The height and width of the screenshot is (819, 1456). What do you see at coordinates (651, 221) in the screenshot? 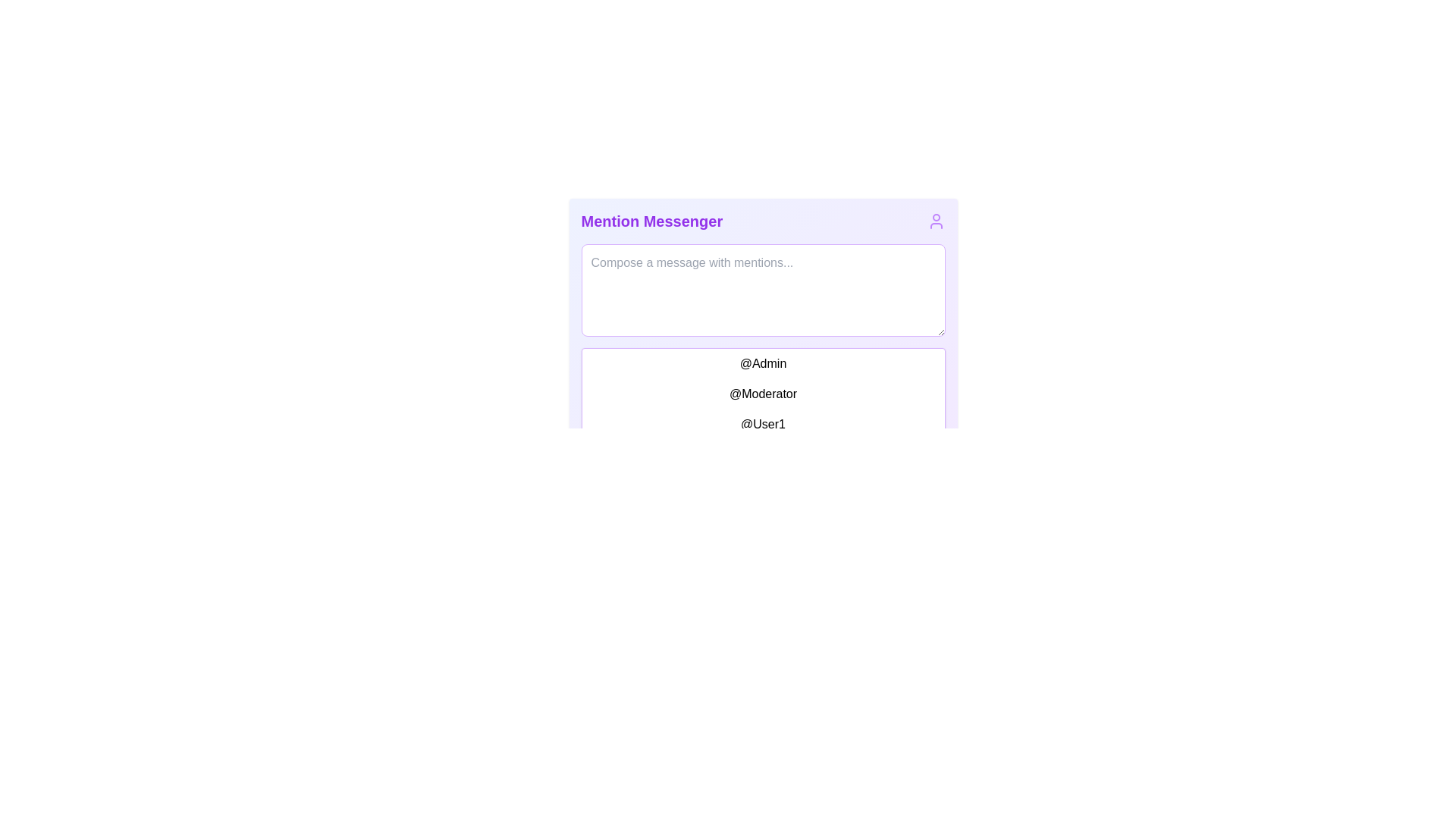
I see `the title text display element at the top of the messaging application, which provides context about the application's identity` at bounding box center [651, 221].